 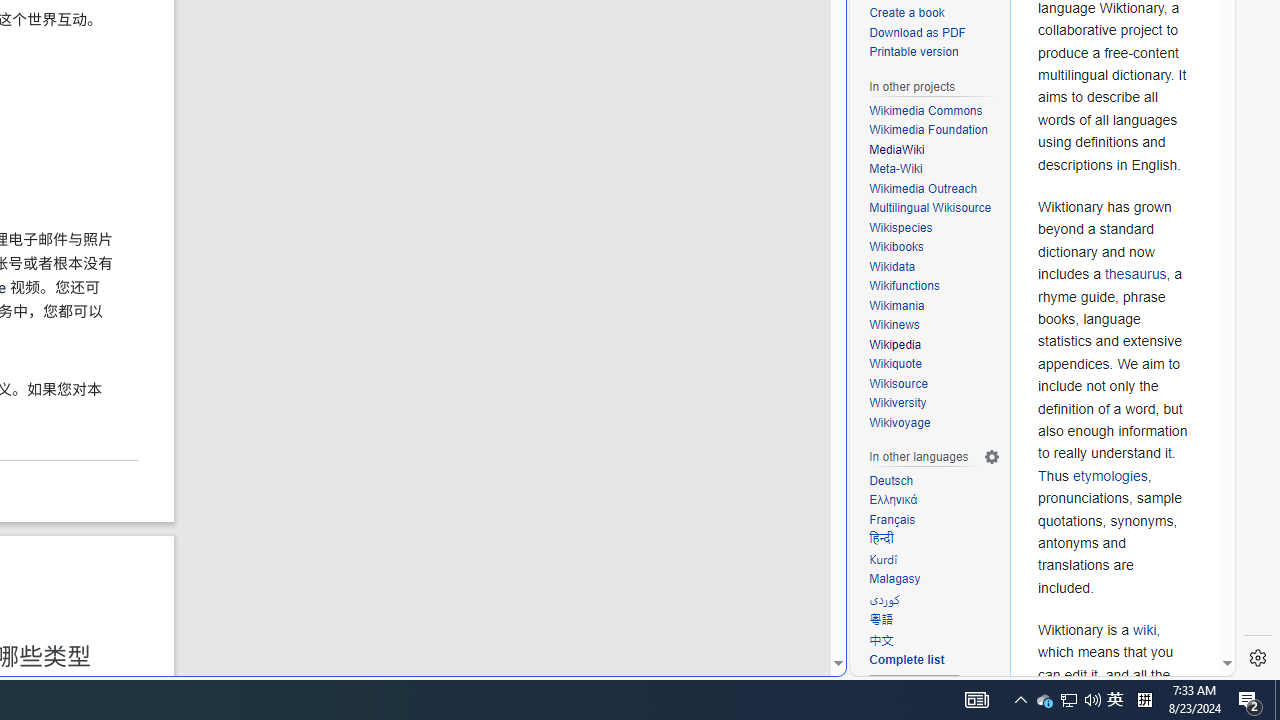 I want to click on 'Wikimedia Commons', so click(x=925, y=110).